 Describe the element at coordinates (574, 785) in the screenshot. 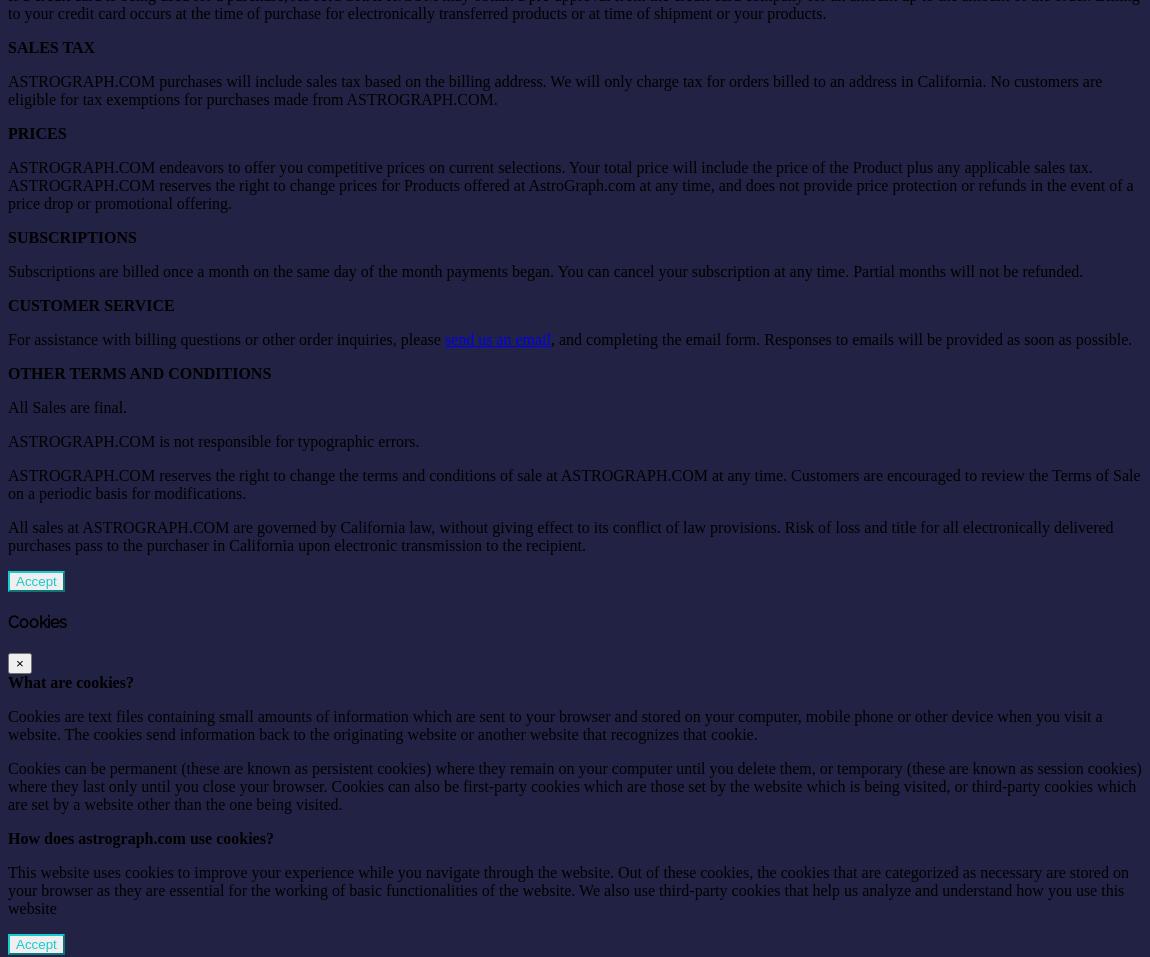

I see `'Cookies can be permanent (these are known as persistent cookies) where they remain on your computer until you delete them, or temporary (these are known as session cookies) where they last only until you close your browser. Cookies can also be first-party cookies which are those set by the website which is being visited, or third-party cookies which are set by a website other than the one being visited.'` at that location.